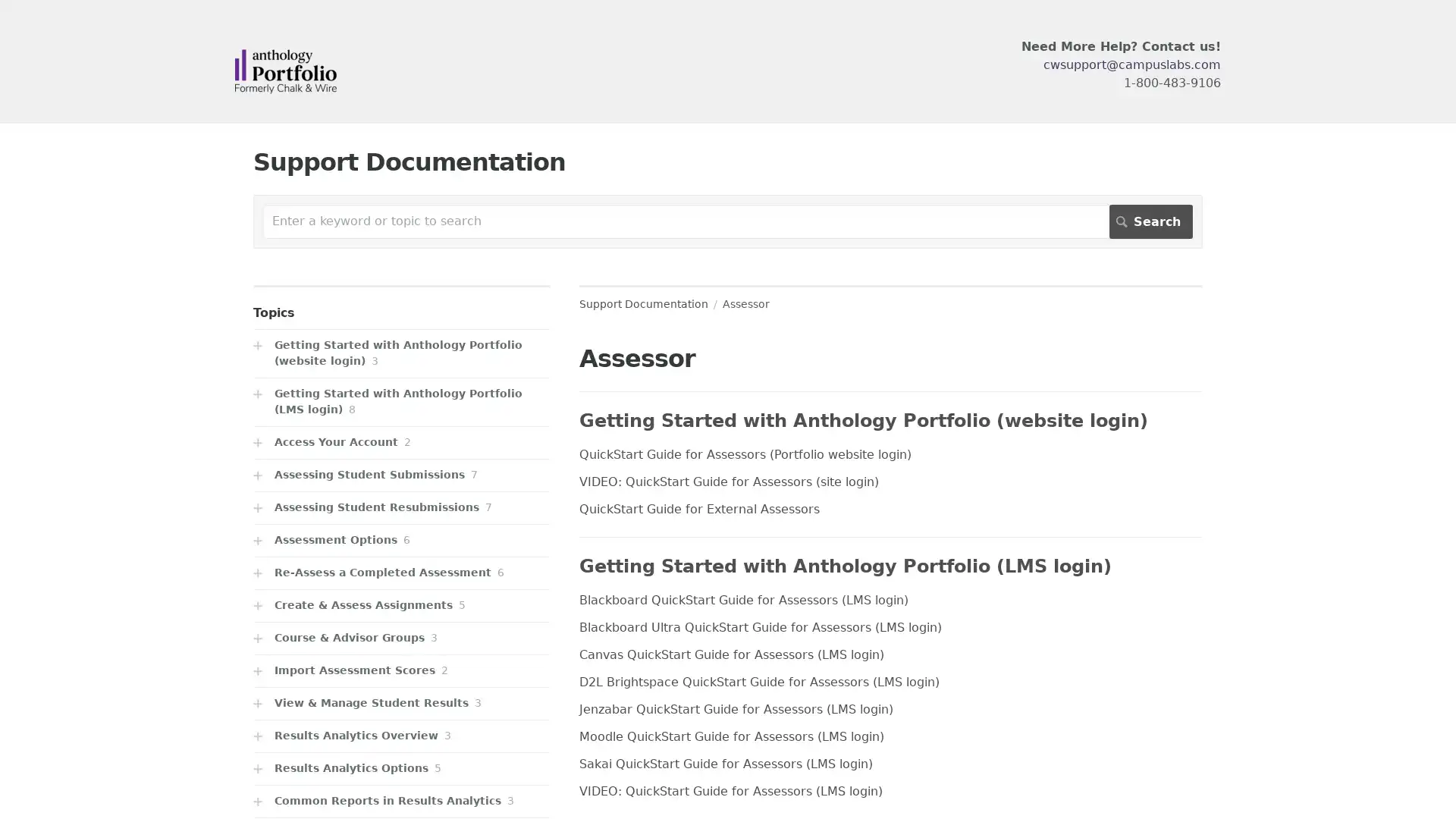 This screenshot has width=1456, height=819. I want to click on Results Analytics Options 5, so click(401, 768).